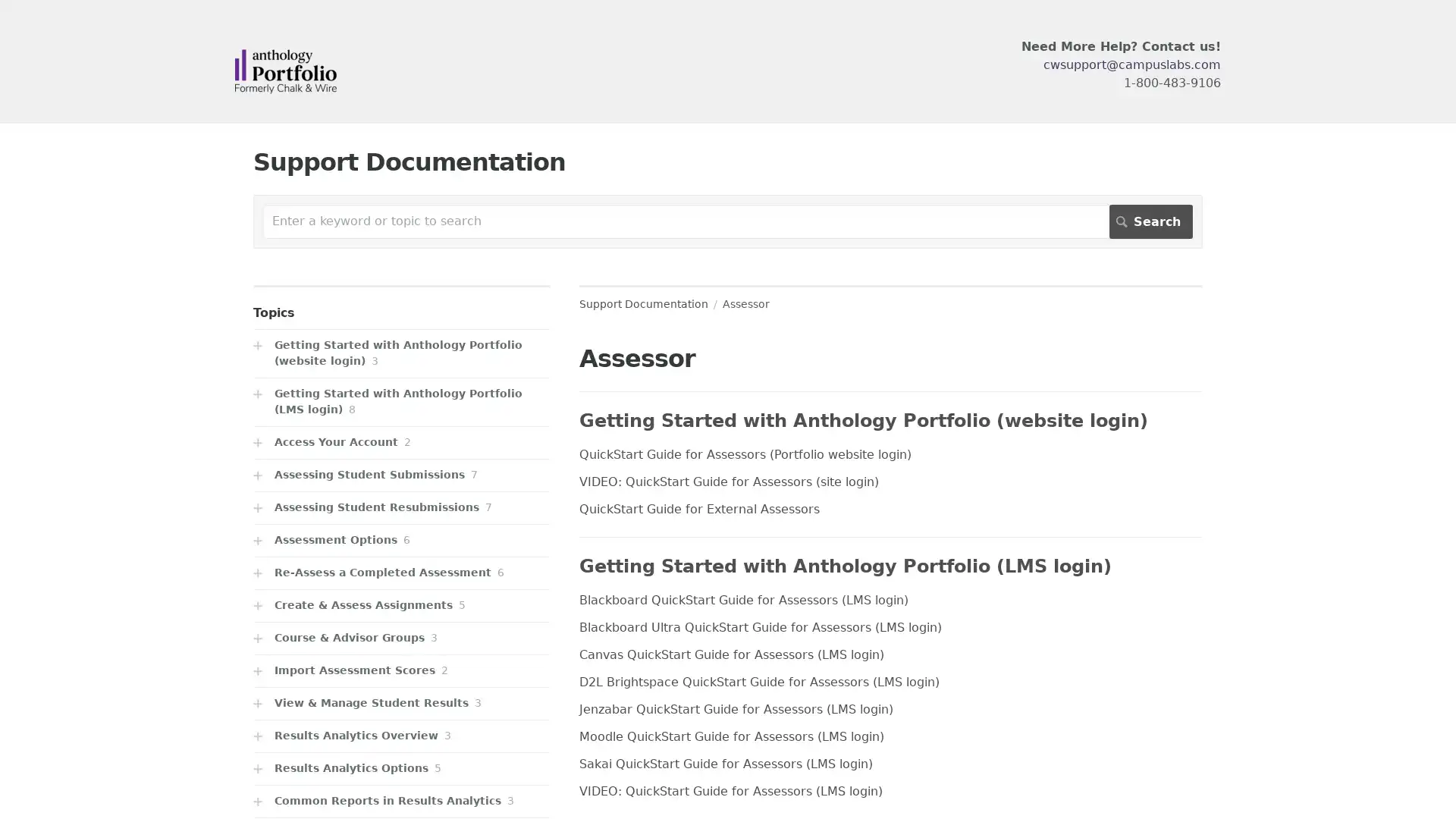 This screenshot has width=1456, height=819. I want to click on Results Analytics Options 5, so click(401, 768).